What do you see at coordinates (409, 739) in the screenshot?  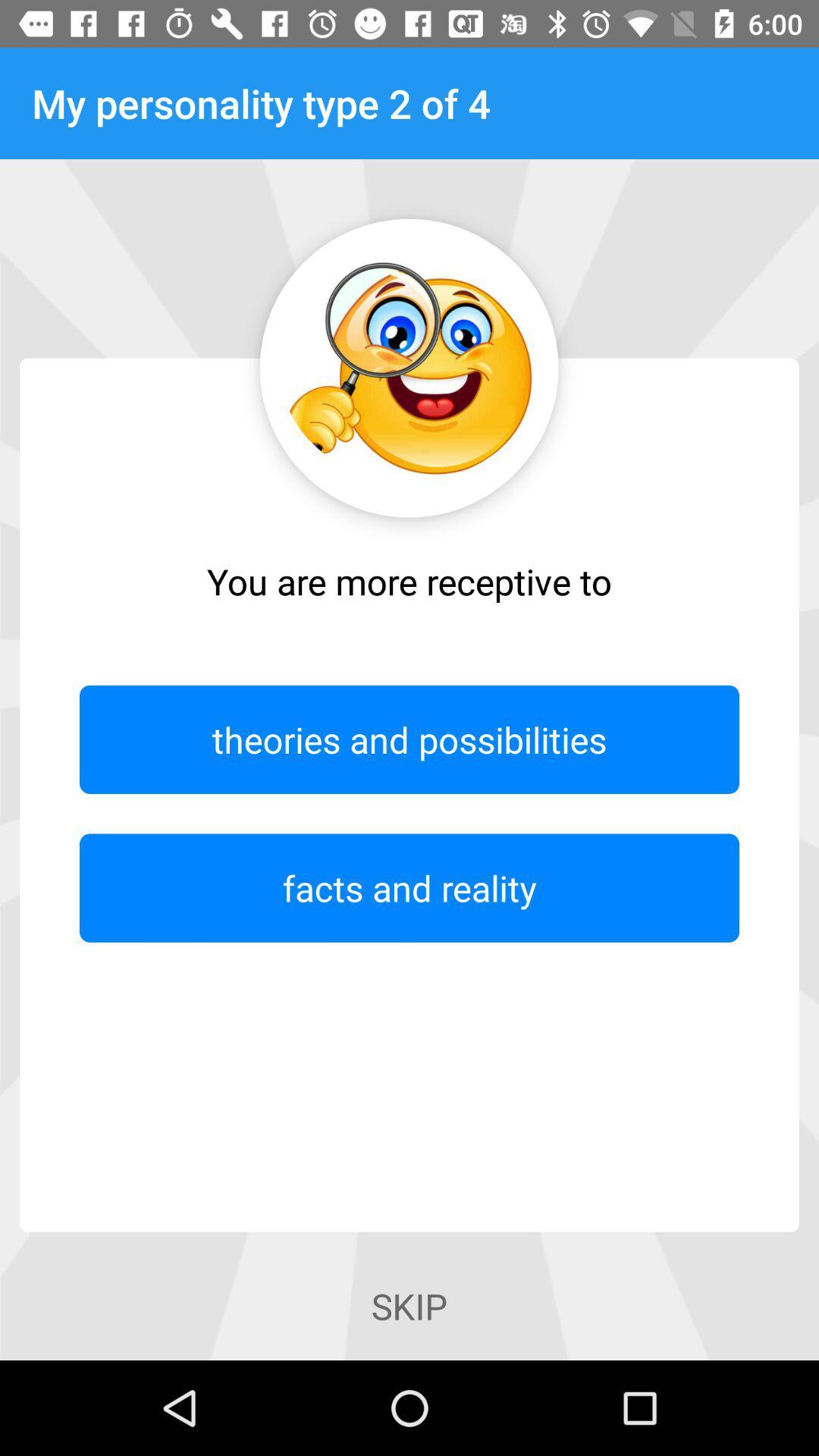 I see `the theories and possibilities` at bounding box center [409, 739].